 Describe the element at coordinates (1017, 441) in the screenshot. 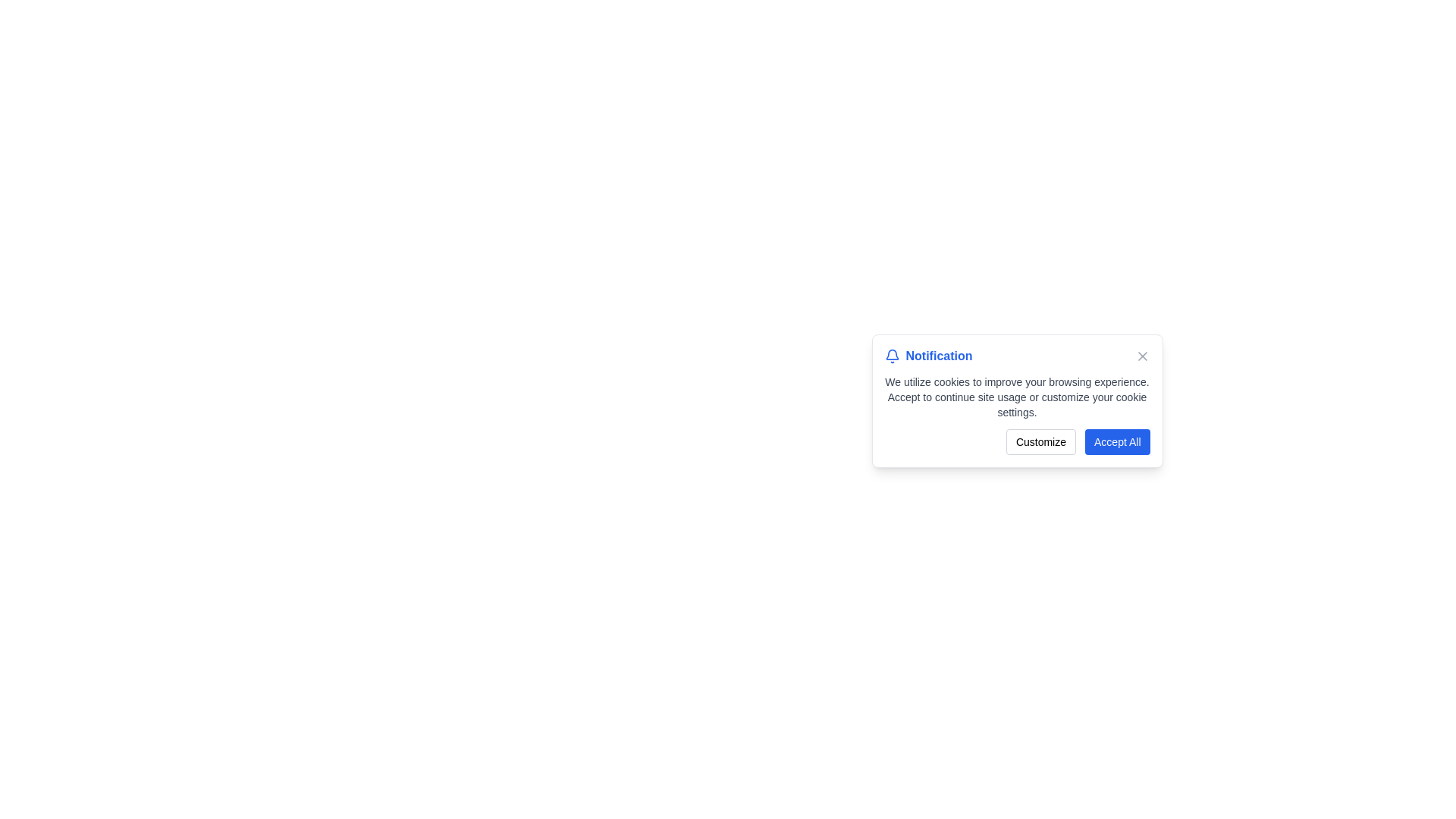

I see `the cookie preferences customization button located in the bottom right corner of the notification dialog box` at that location.